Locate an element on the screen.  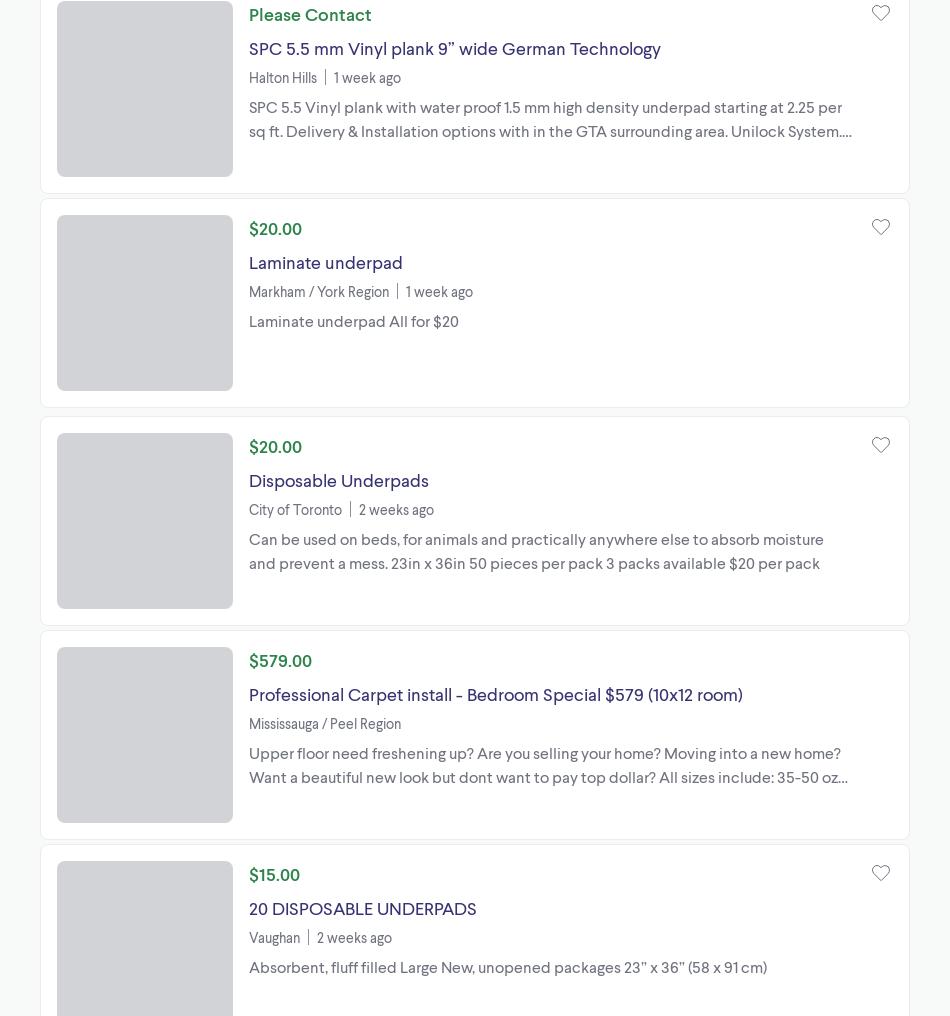
'Please Contact' is located at coordinates (309, 12).